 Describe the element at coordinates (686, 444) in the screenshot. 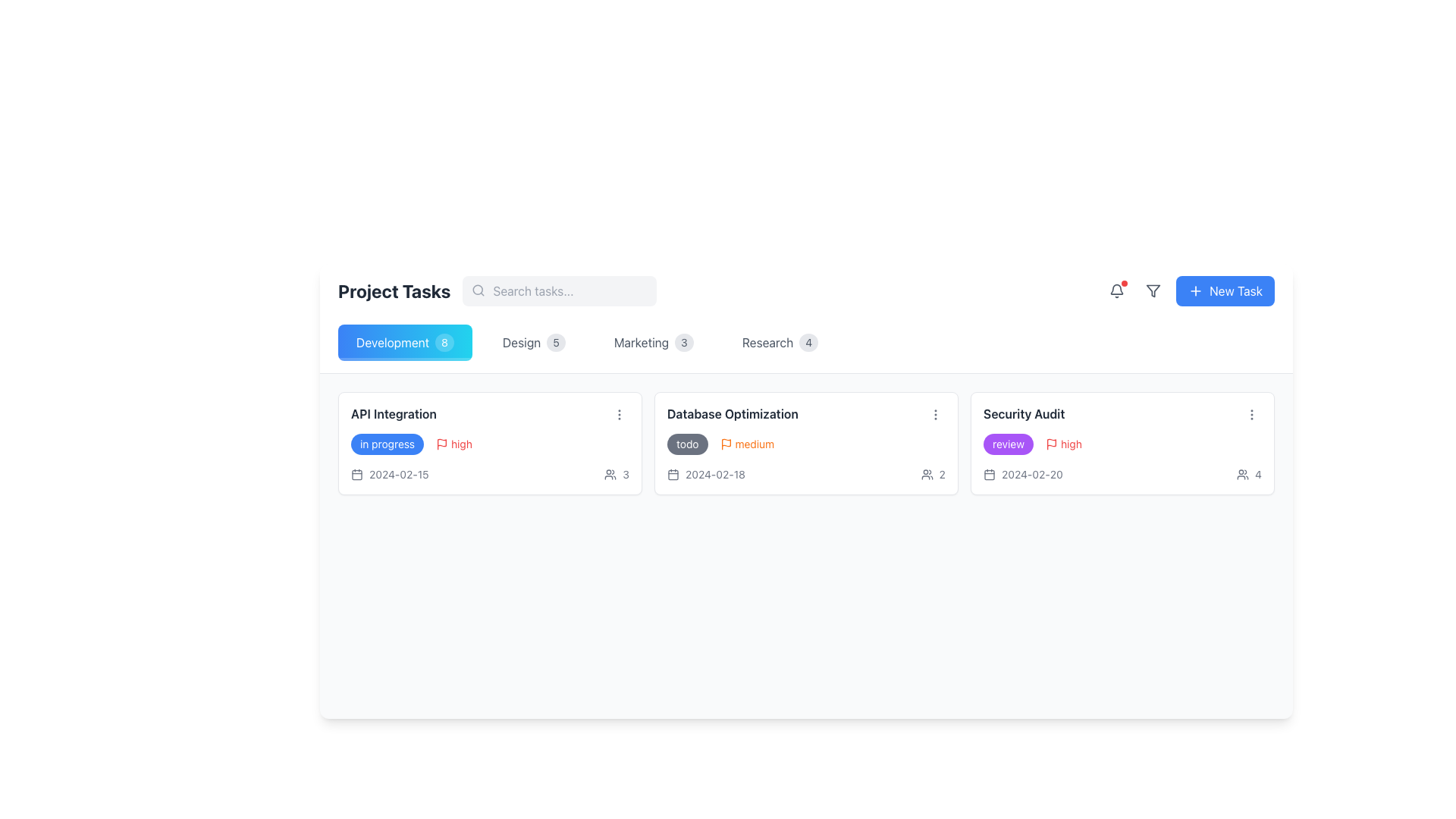

I see `the label indicating the status or category for the task 'Database Optimization', which is located in the upper-left area of the task card` at that location.